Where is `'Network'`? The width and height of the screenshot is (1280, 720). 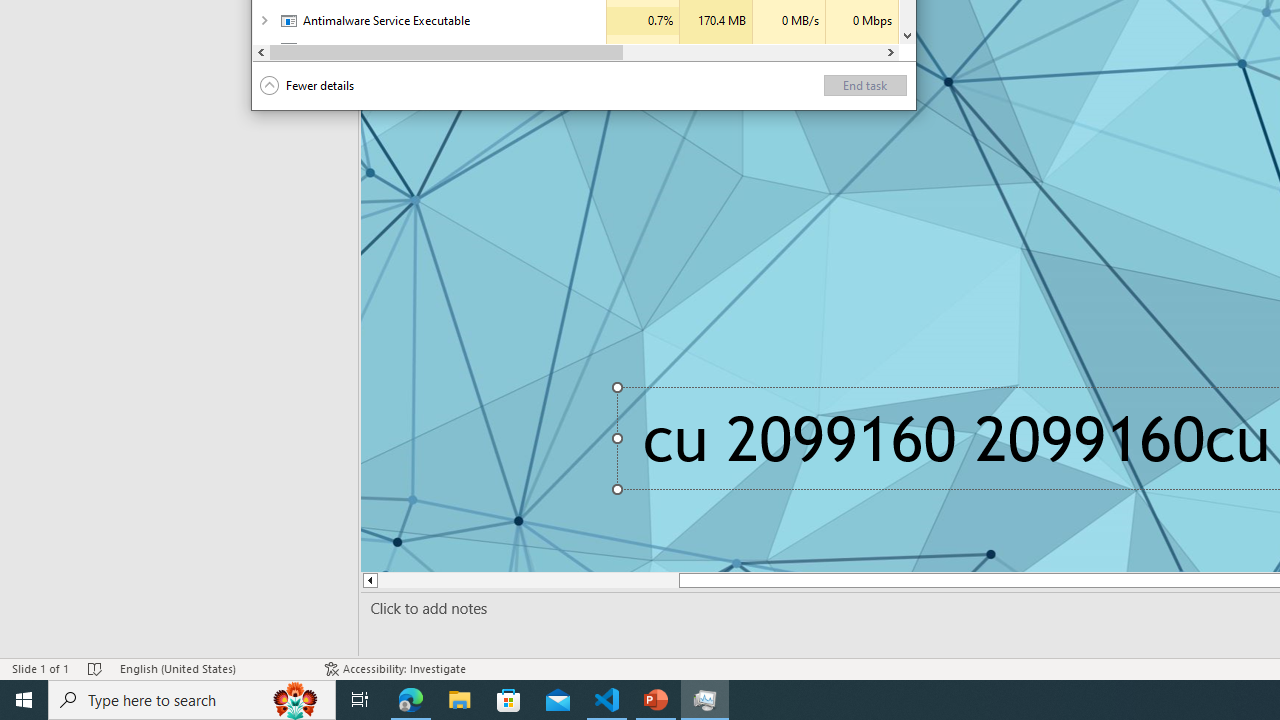 'Network' is located at coordinates (862, 48).